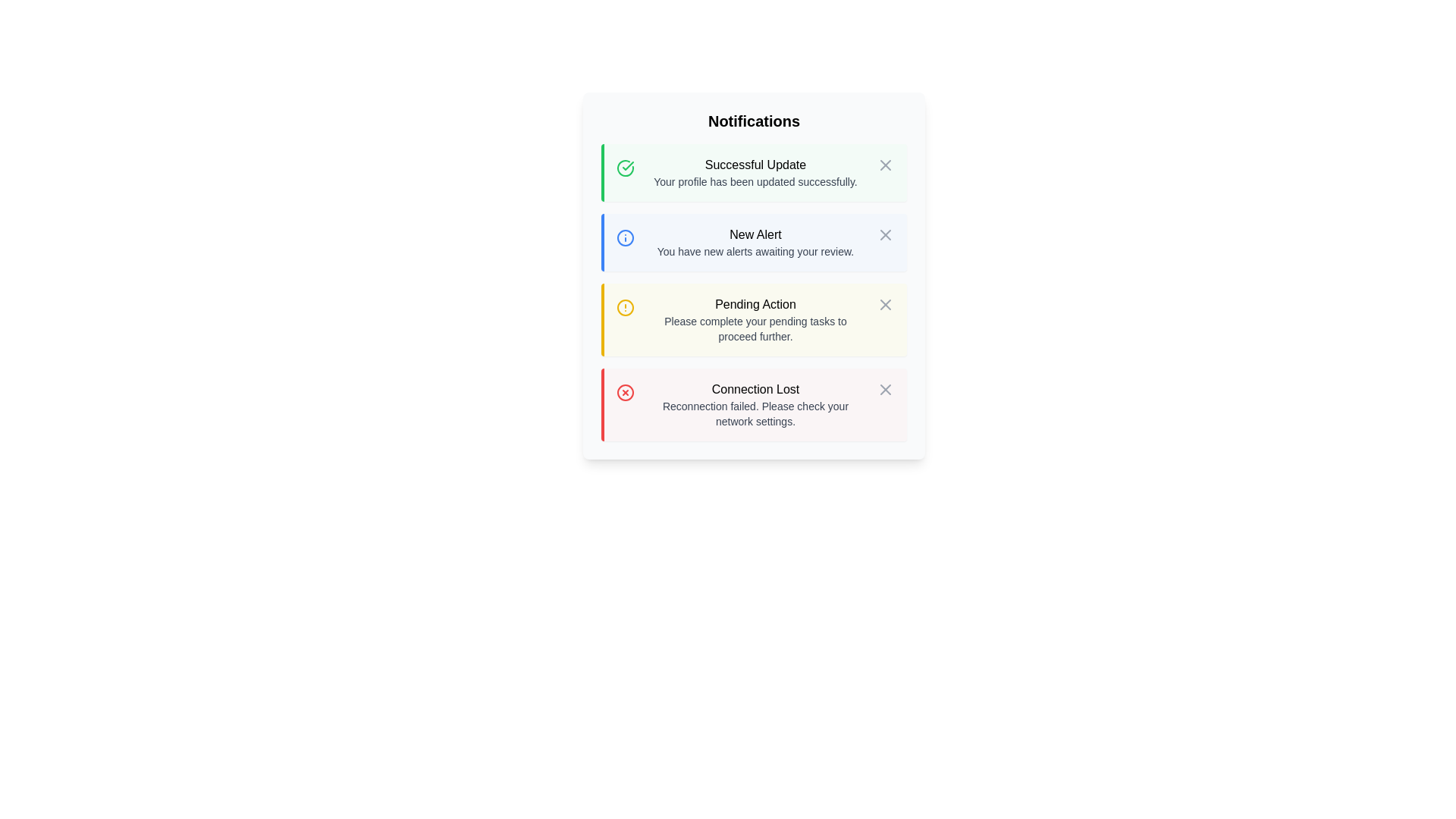 The height and width of the screenshot is (819, 1456). I want to click on the dismiss button located at the top right corner of the first notification, adjacent to the 'Successful Update' message to change its visual state, so click(885, 165).